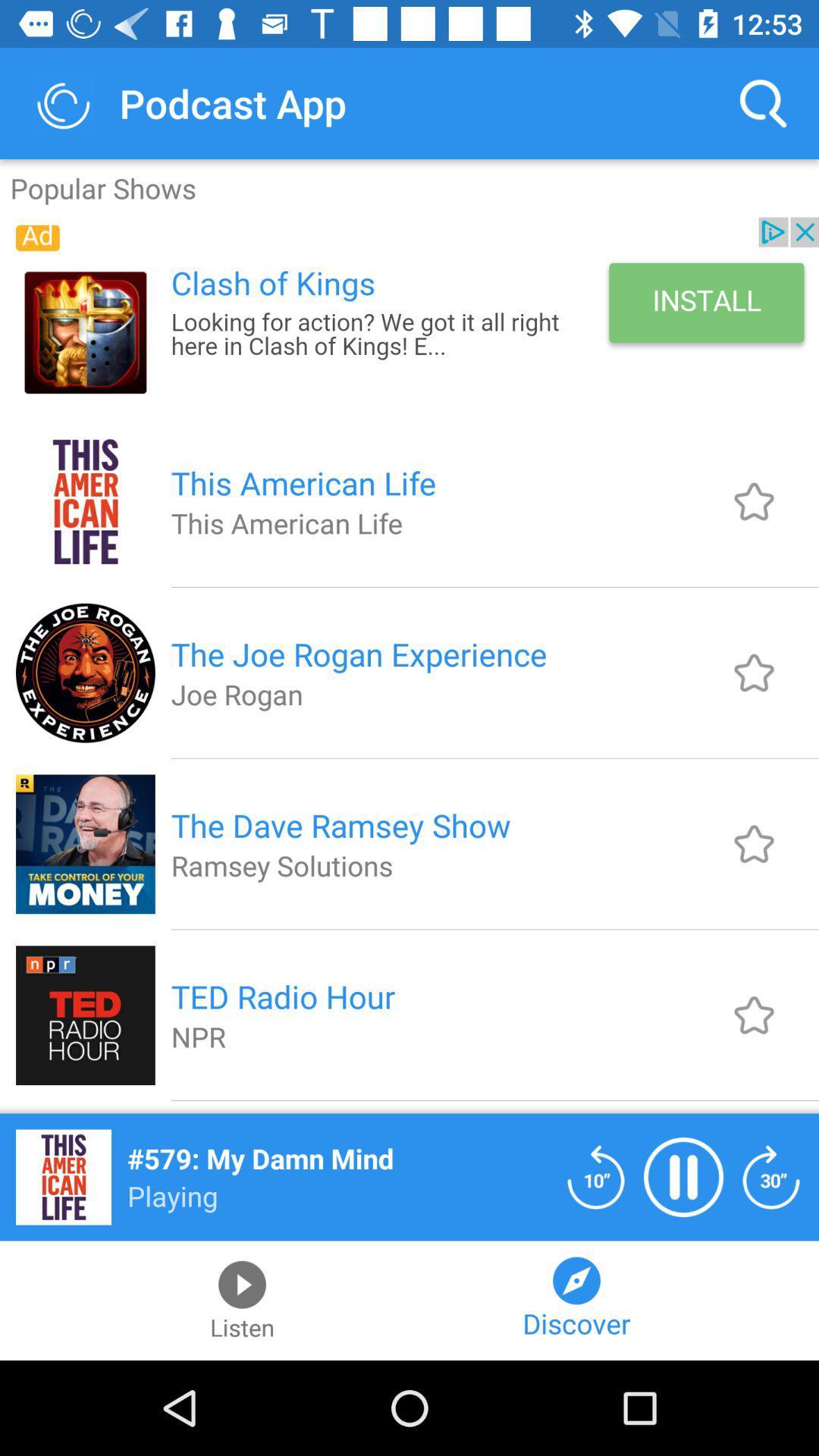 The width and height of the screenshot is (819, 1456). What do you see at coordinates (771, 1176) in the screenshot?
I see `the av_forward icon` at bounding box center [771, 1176].